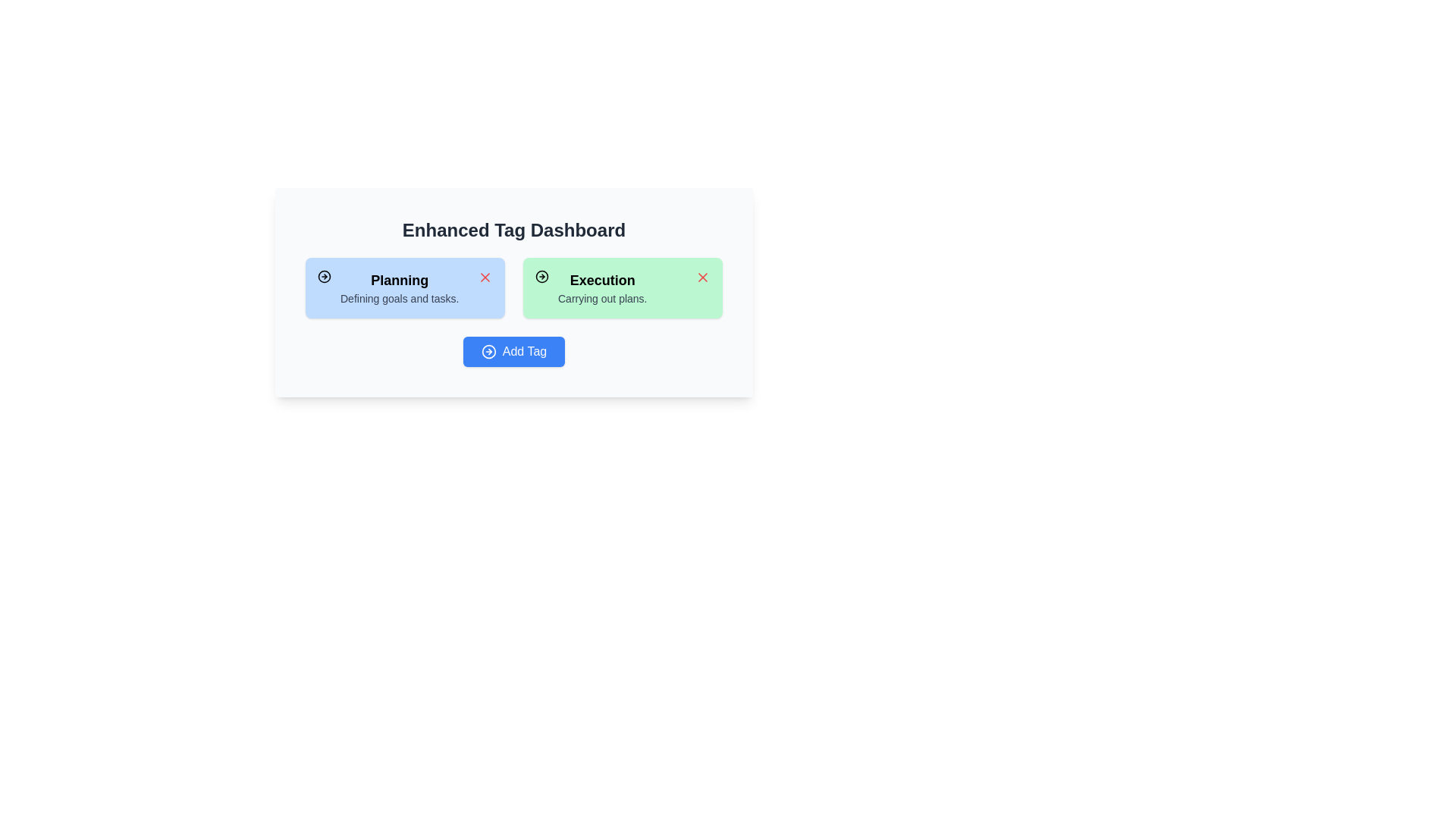 Image resolution: width=1456 pixels, height=819 pixels. What do you see at coordinates (388, 288) in the screenshot?
I see `the 'Planning' text label with the circular arrow icon on the left and the red 'X' icon on the right, which is the first item in a horizontally aligned group of containers` at bounding box center [388, 288].